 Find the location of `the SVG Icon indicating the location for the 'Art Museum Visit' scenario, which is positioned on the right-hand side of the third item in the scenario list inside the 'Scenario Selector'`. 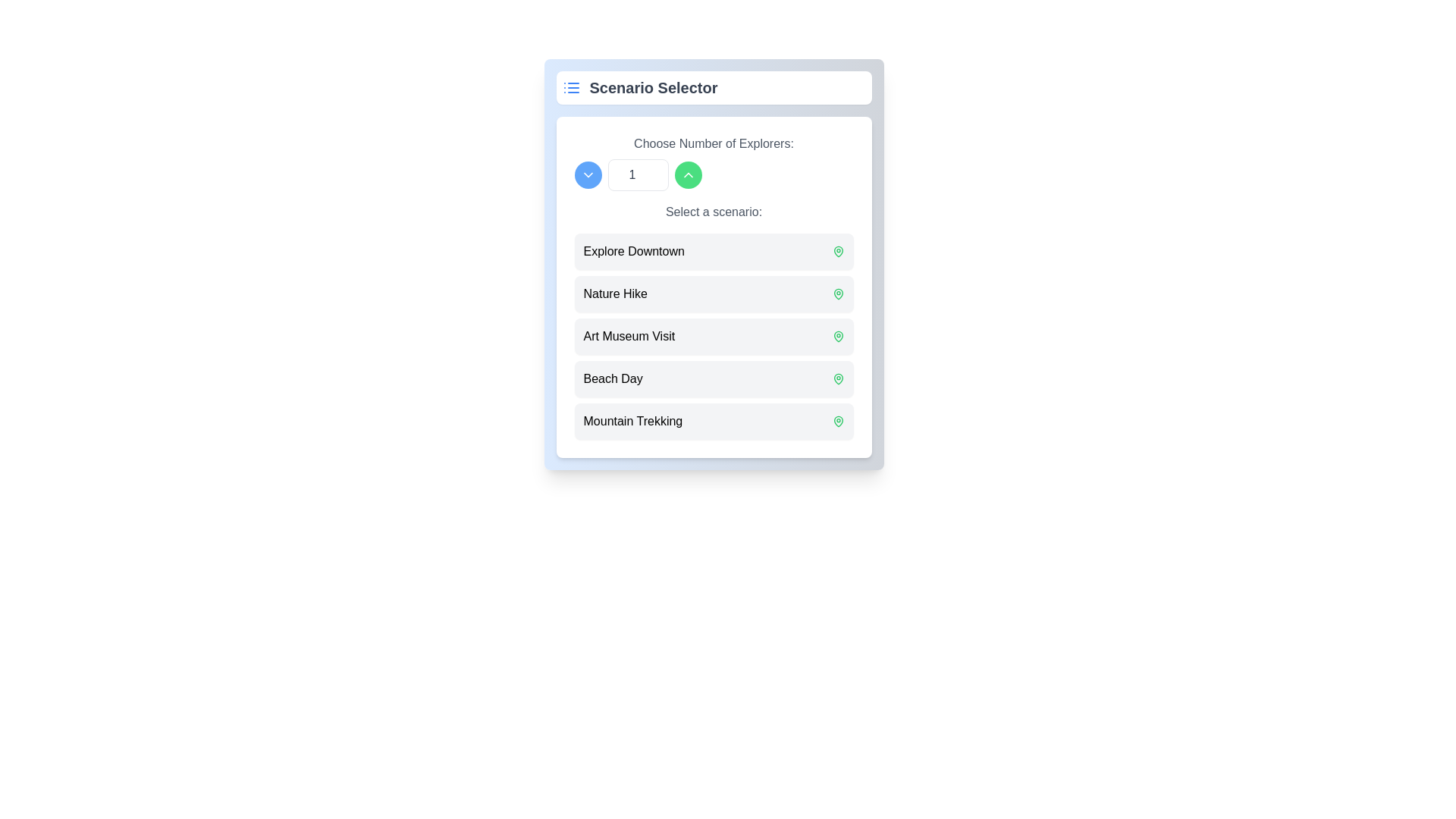

the SVG Icon indicating the location for the 'Art Museum Visit' scenario, which is positioned on the right-hand side of the third item in the scenario list inside the 'Scenario Selector' is located at coordinates (837, 335).